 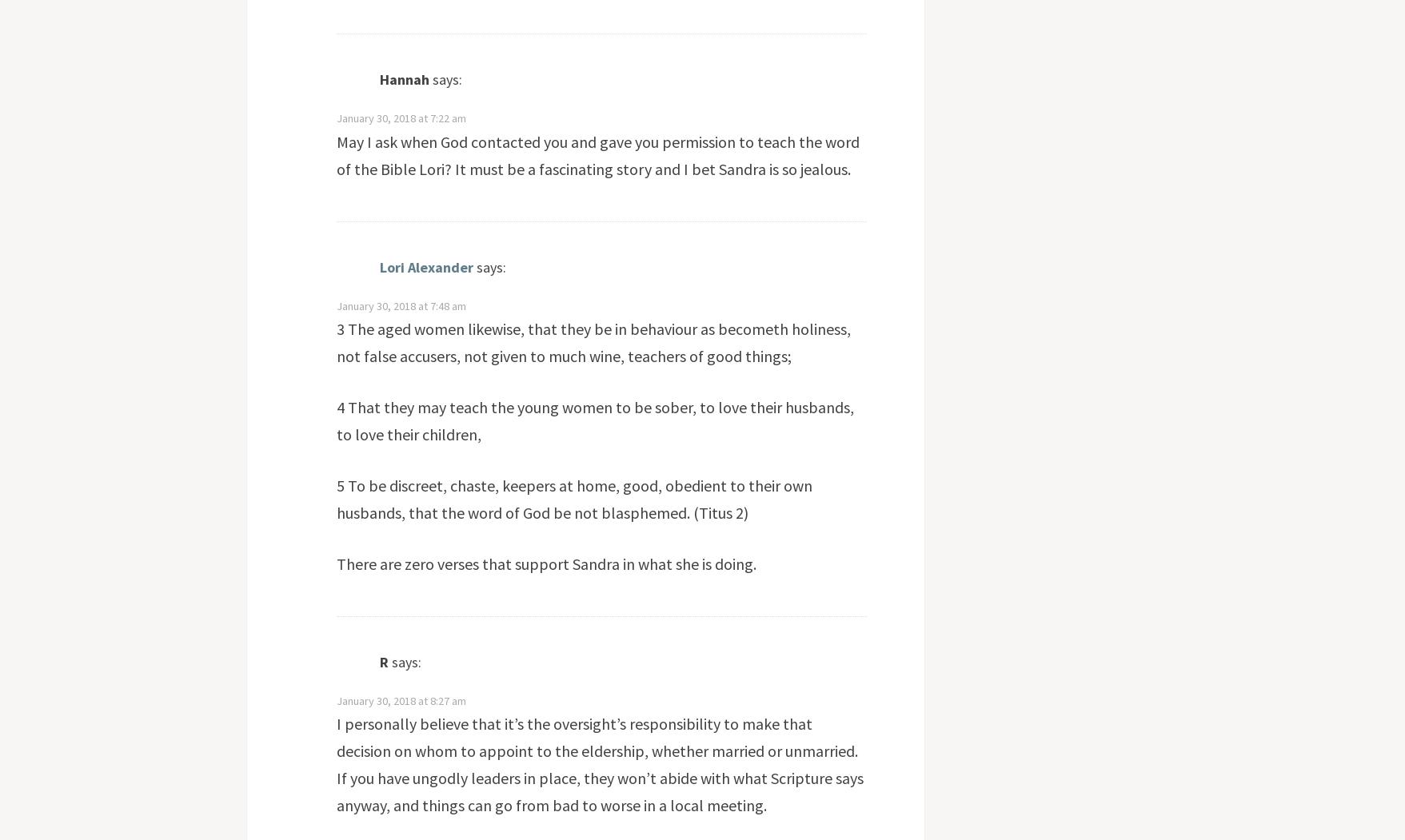 I want to click on 'I  personally believe that it’s the oversight’s responsibility to make that decision on whom to appoint to the eldership, whether married or unmarried. If you have ungodly leaders in place, they won’t abide with what Scripture says anyway, and things can go from bad to worse in a local meeting.', so click(x=598, y=763).